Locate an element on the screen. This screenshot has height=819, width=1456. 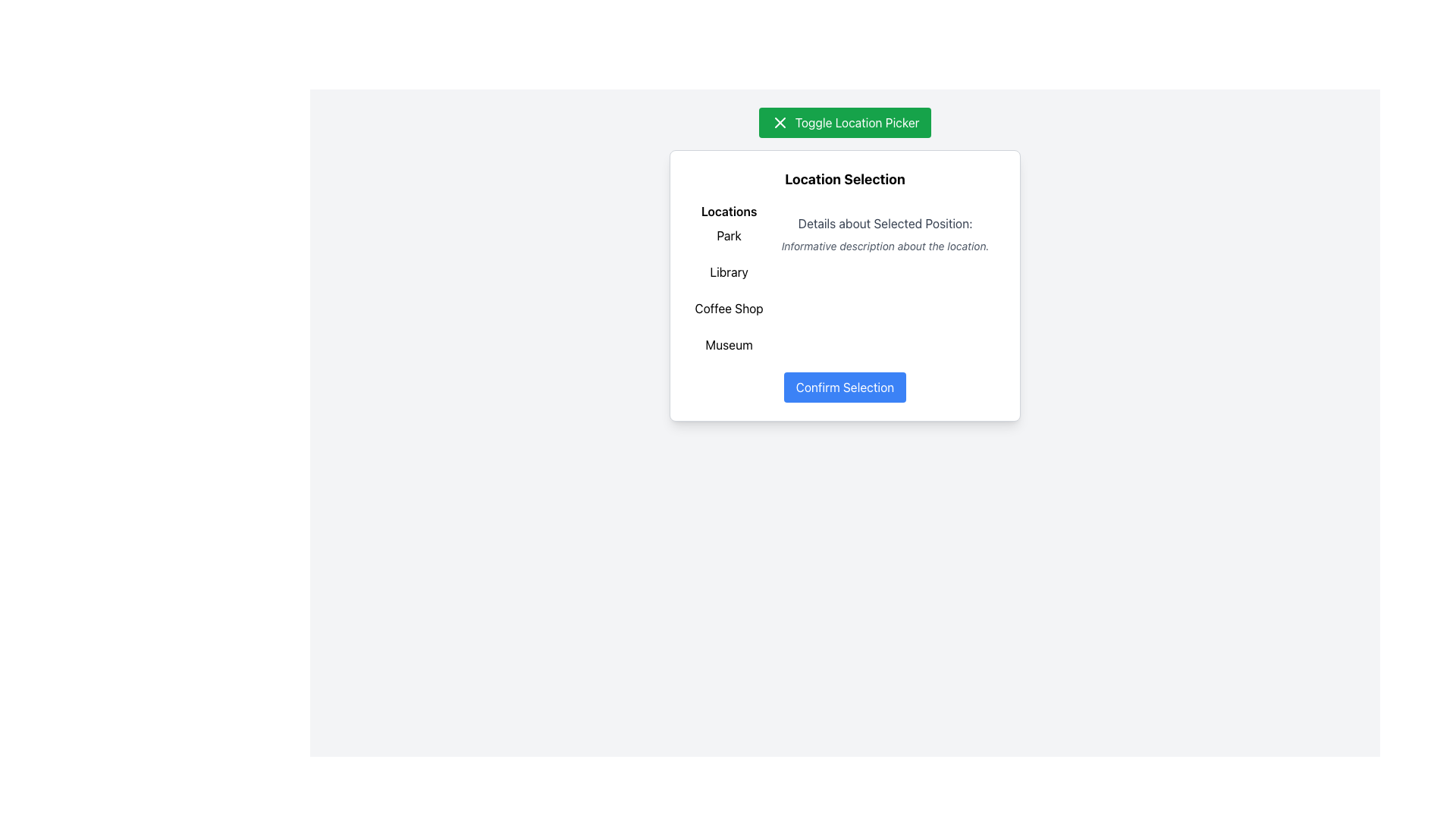
the italicized gray text element that reads 'Informative description about the location.' located directly under the bold label 'Details about Selected Position:' in the modal is located at coordinates (885, 245).